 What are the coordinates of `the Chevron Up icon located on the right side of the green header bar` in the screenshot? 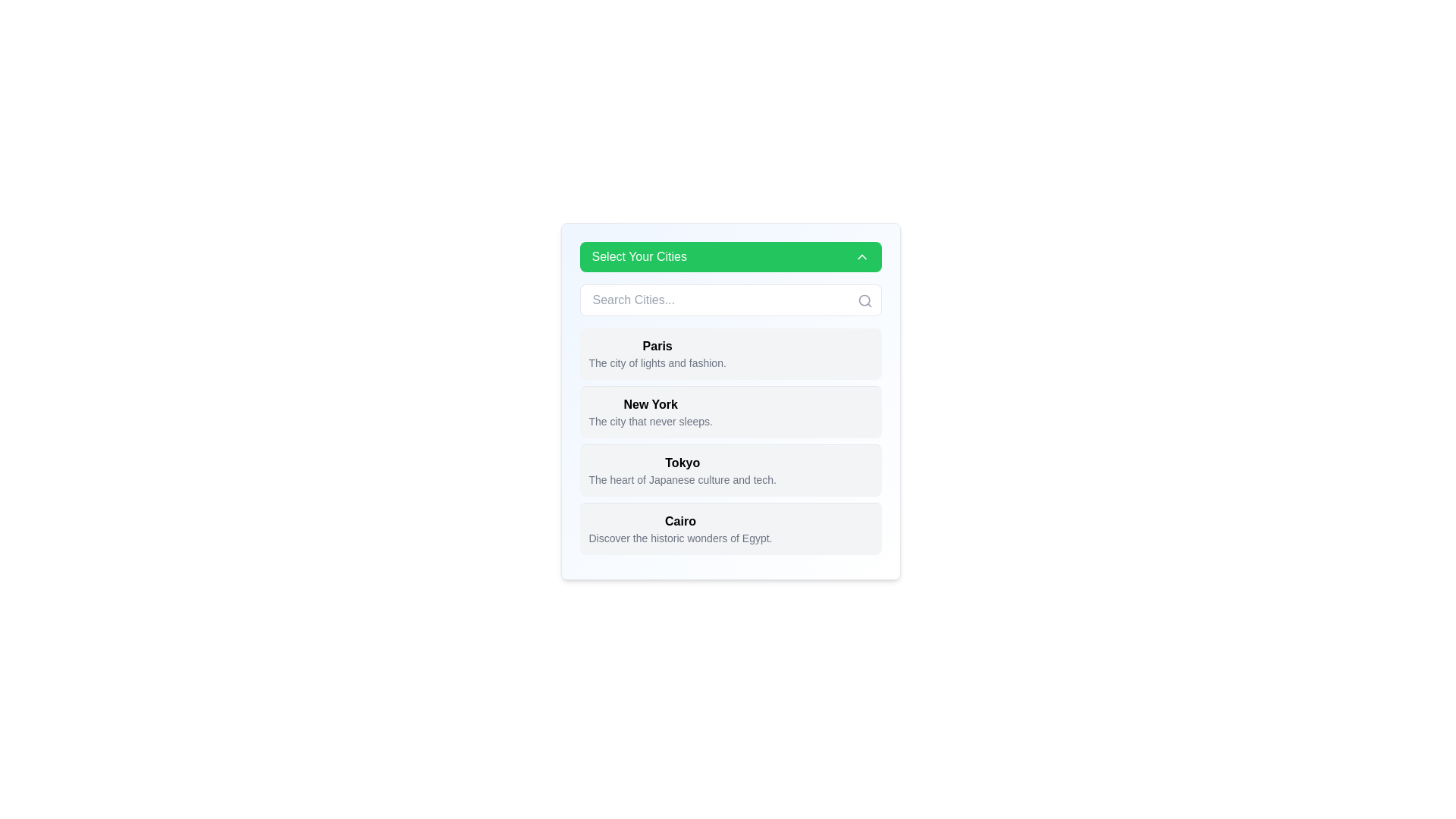 It's located at (861, 256).